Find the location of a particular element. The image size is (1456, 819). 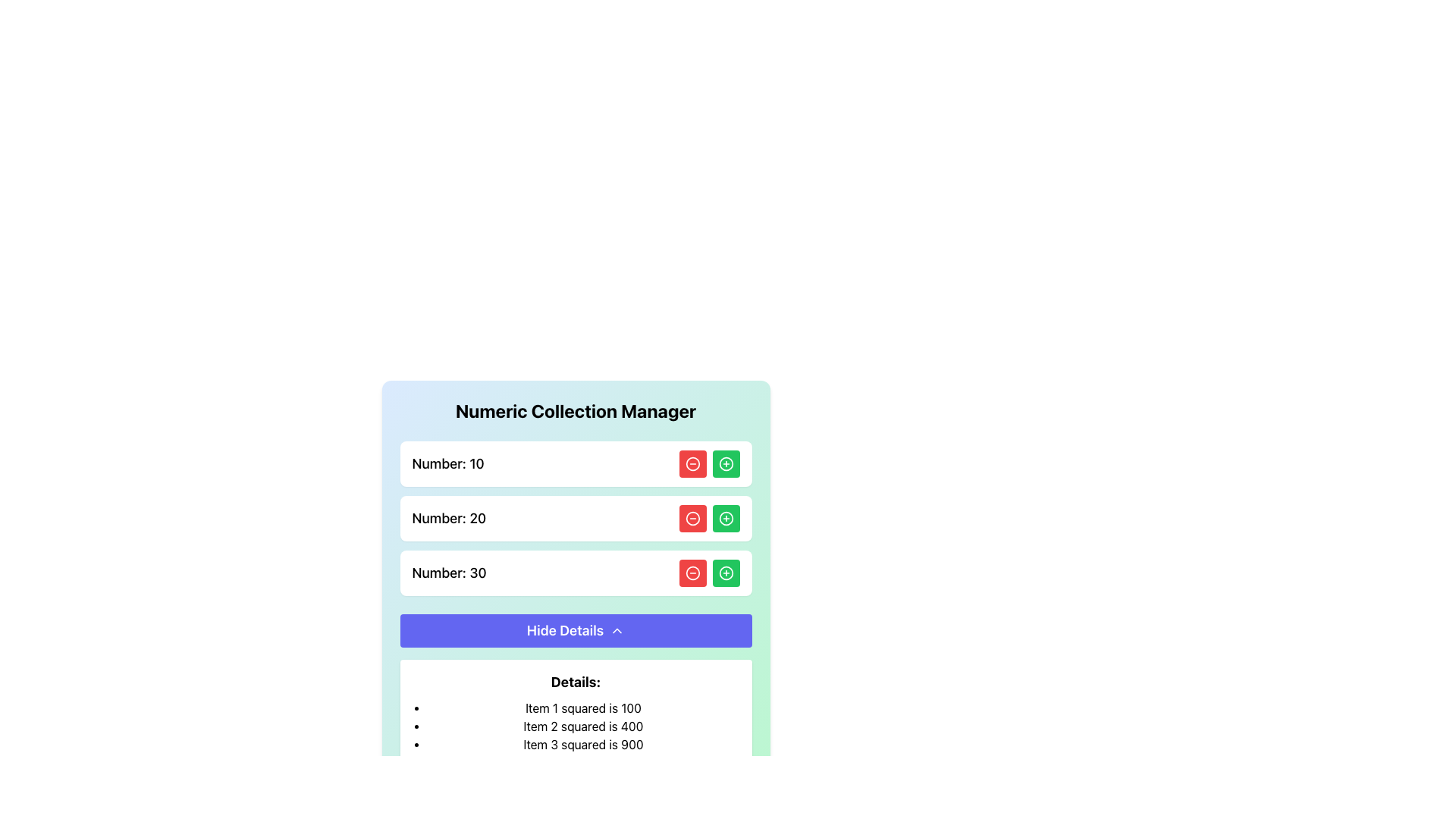

the circular icon component with a green outline and white background that features a plus sign in the middle, located within the green square-shaped button on the right side of the row labeled 'Number: 10' is located at coordinates (725, 463).